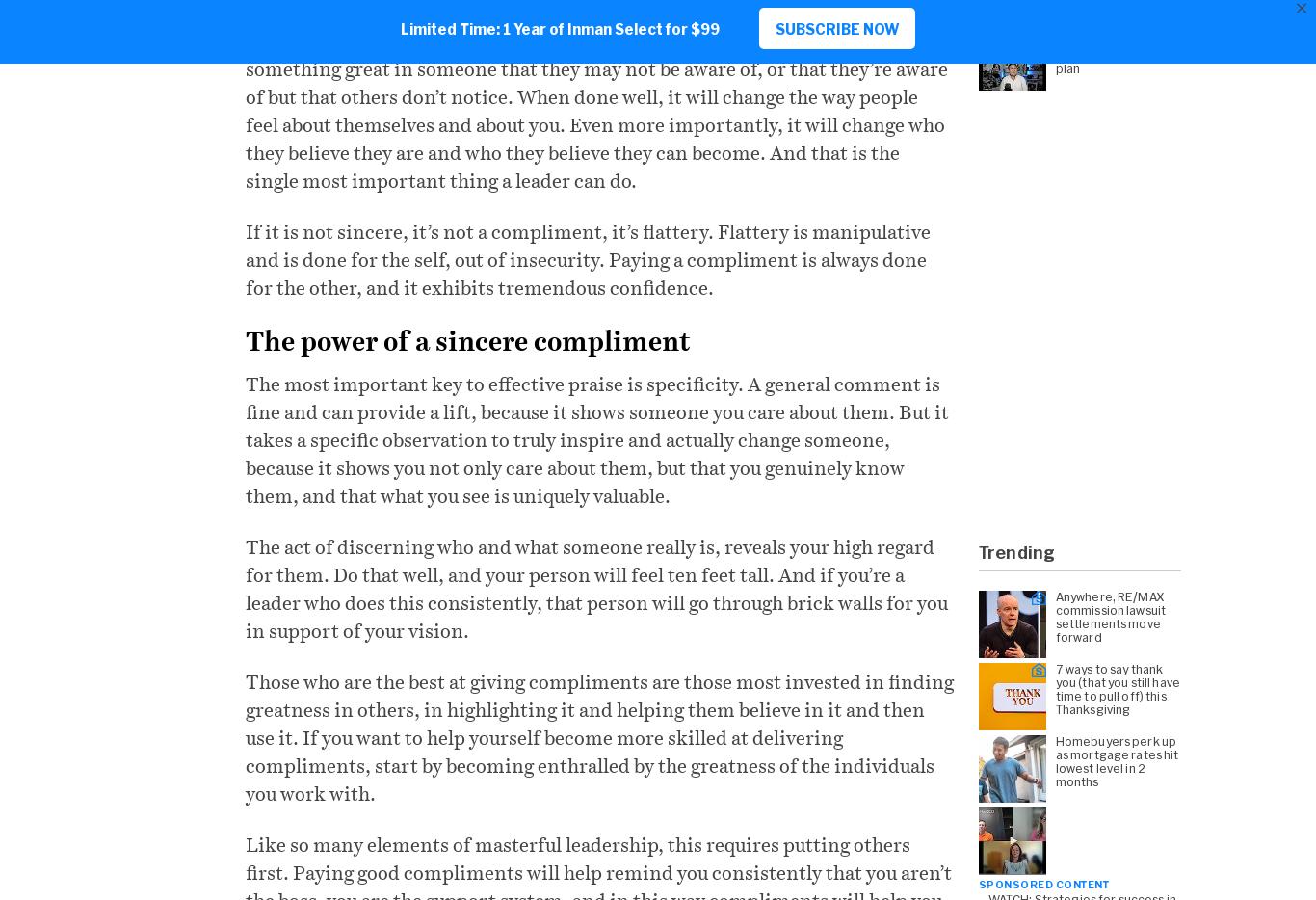  I want to click on 'Anywhere, RE/MAX commission lawsuit settlements move forward', so click(1110, 616).